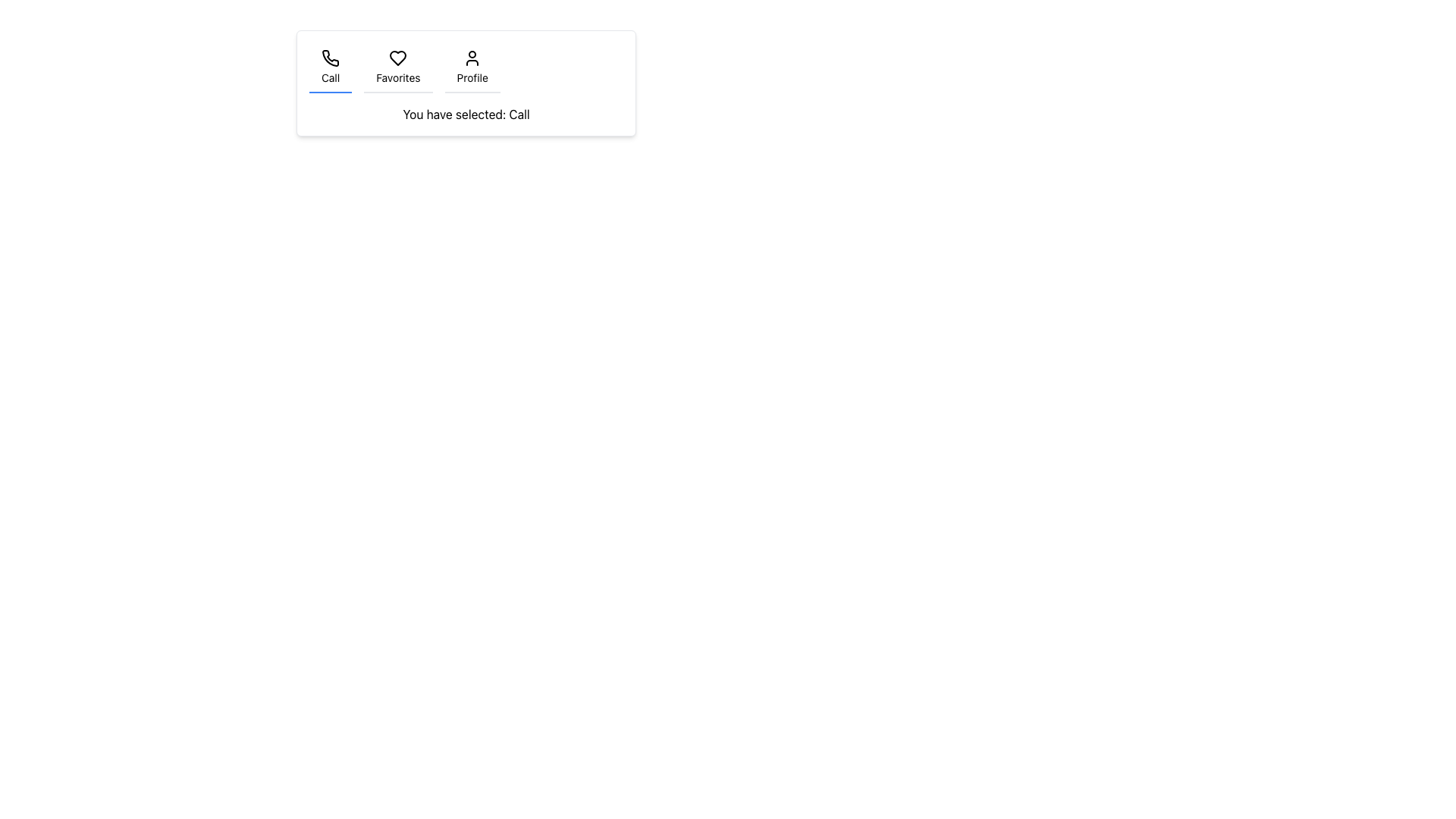  What do you see at coordinates (472, 58) in the screenshot?
I see `the 'Profile' icon located centrally above the 'Profile' text label in the third column of the navigation bar` at bounding box center [472, 58].